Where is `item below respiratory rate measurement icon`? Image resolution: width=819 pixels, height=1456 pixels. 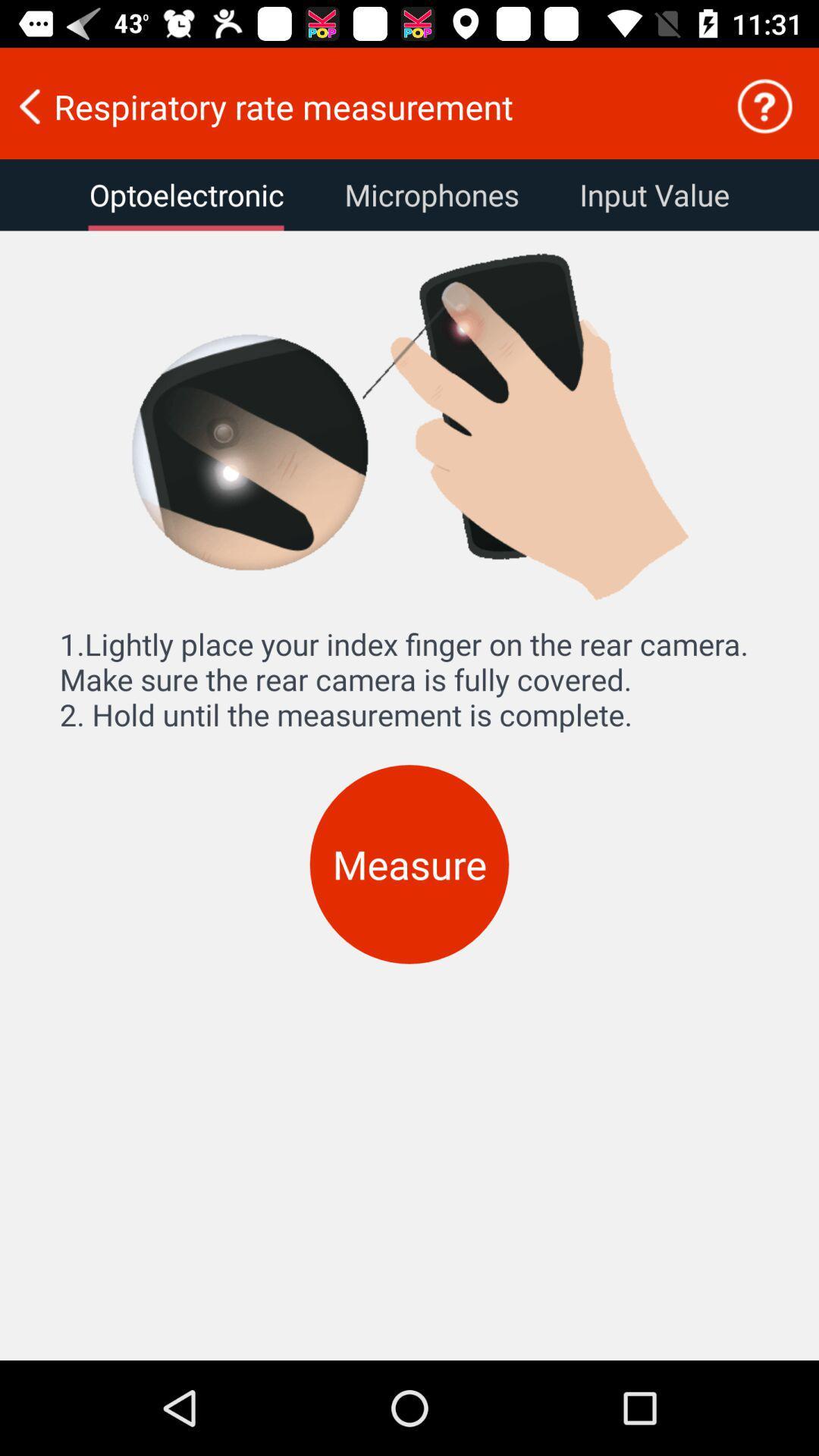
item below respiratory rate measurement icon is located at coordinates (654, 194).